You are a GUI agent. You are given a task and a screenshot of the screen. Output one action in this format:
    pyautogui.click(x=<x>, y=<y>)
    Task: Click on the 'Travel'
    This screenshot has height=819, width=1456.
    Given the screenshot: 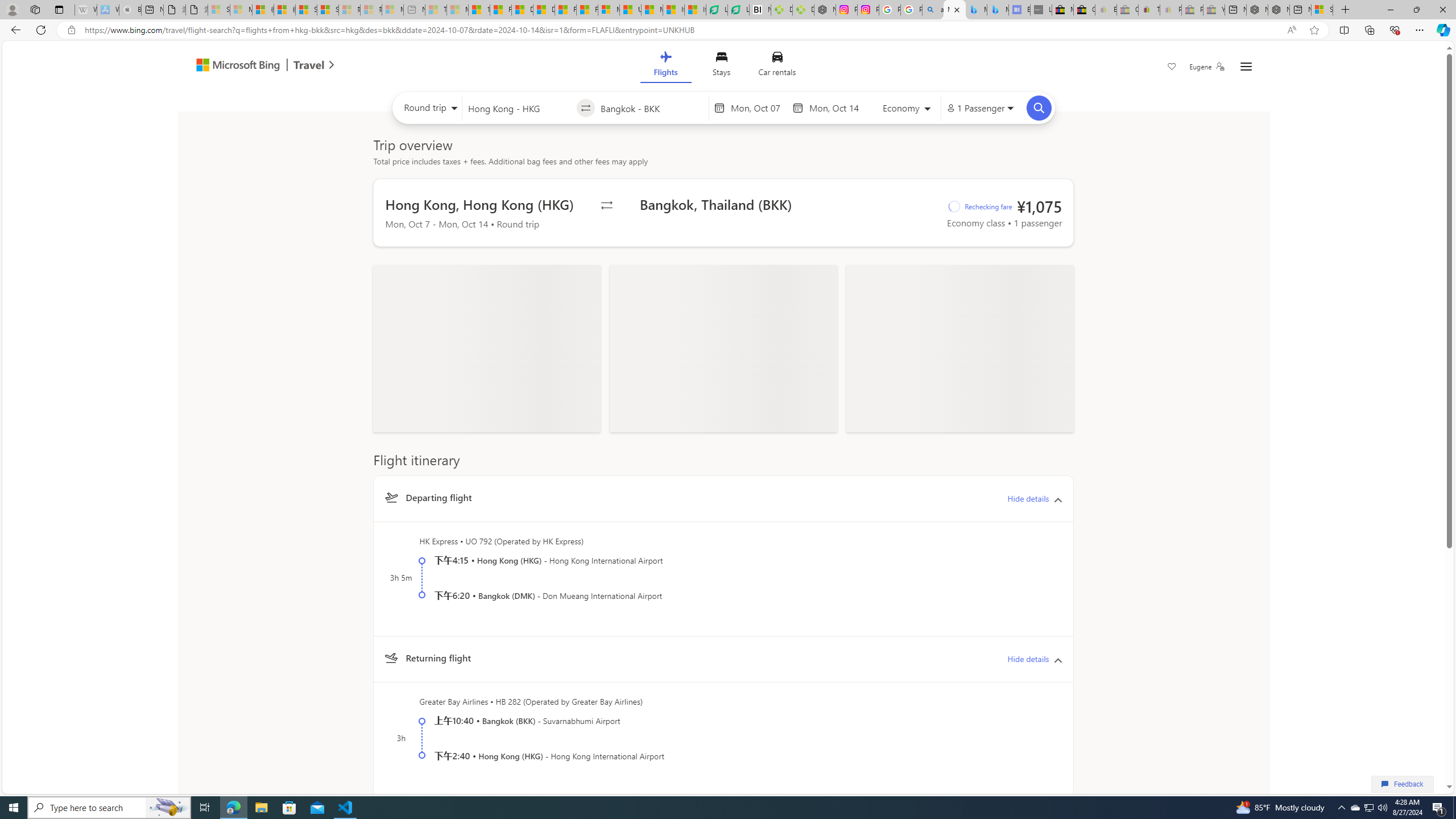 What is the action you would take?
    pyautogui.click(x=309, y=65)
    